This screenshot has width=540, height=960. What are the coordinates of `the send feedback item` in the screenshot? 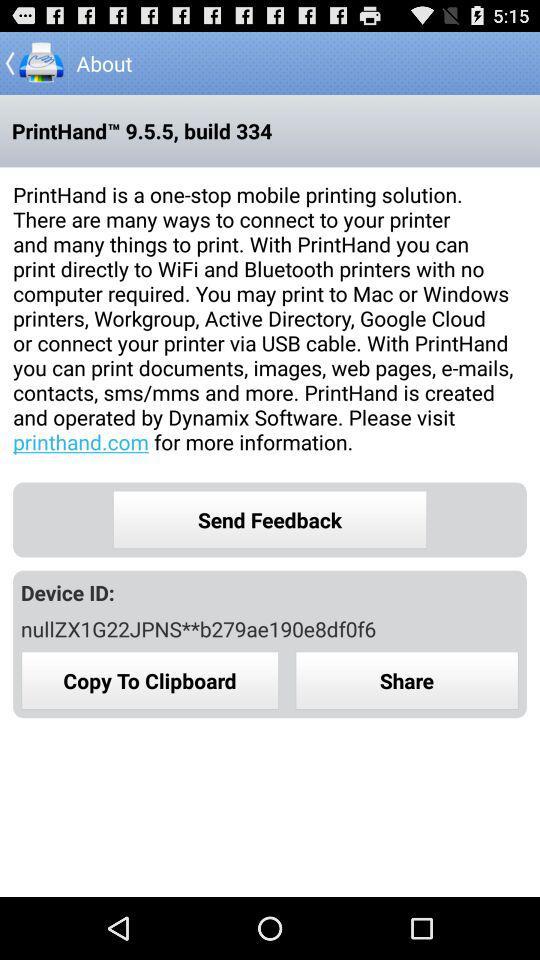 It's located at (270, 518).